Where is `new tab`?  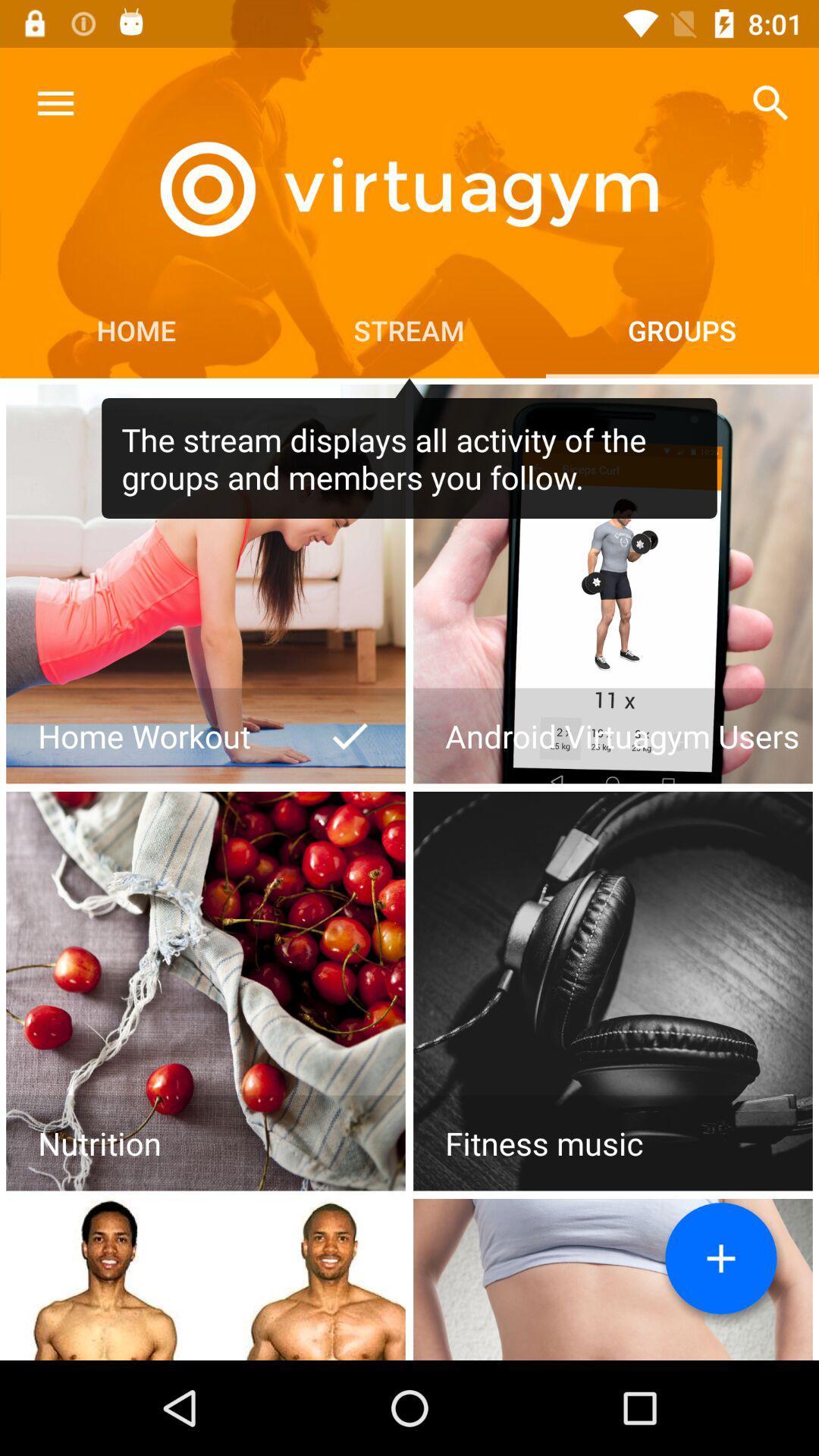
new tab is located at coordinates (720, 1258).